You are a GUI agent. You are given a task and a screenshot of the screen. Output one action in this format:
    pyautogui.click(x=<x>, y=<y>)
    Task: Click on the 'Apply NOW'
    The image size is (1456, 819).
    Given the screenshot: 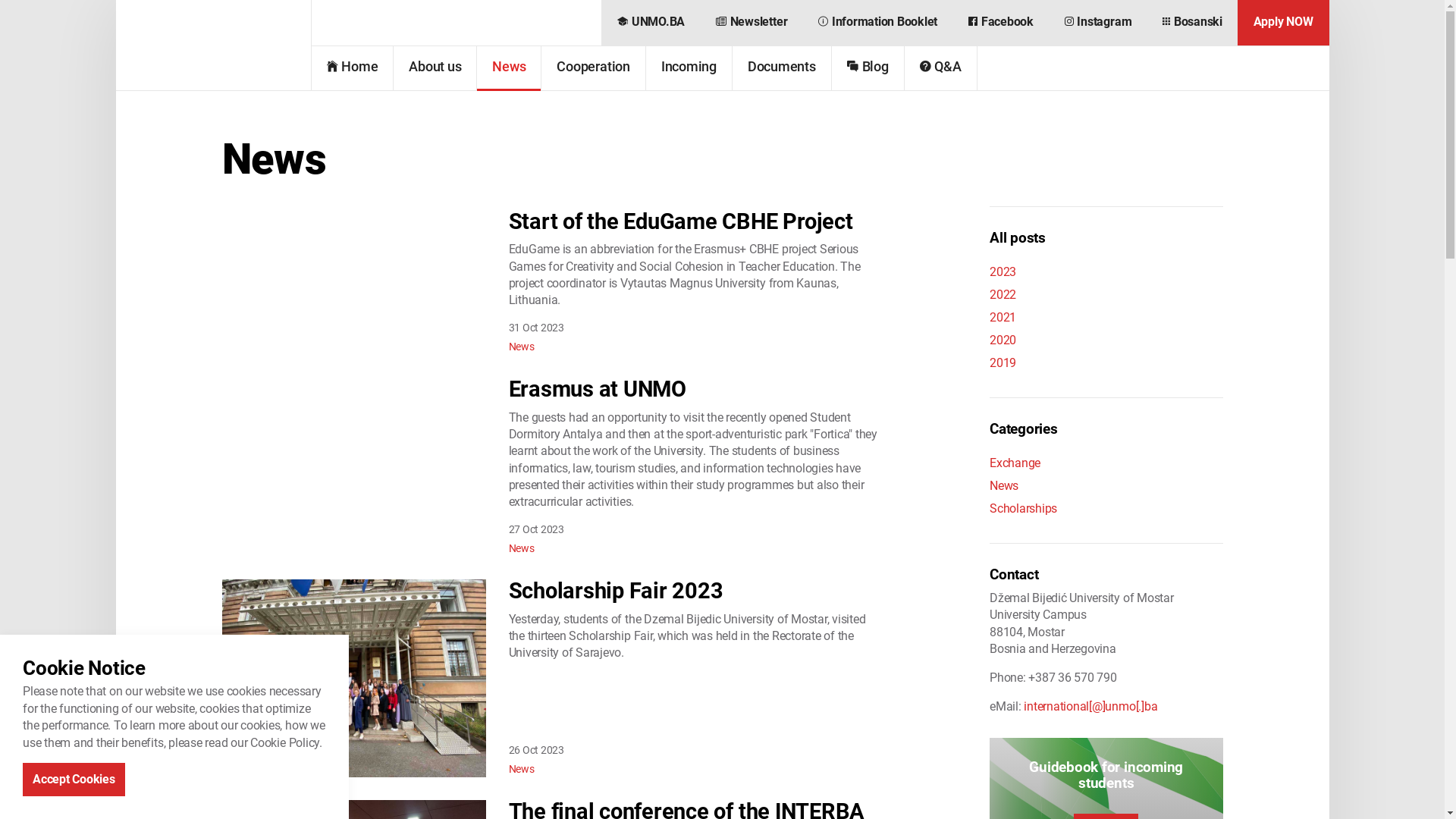 What is the action you would take?
    pyautogui.click(x=1238, y=23)
    